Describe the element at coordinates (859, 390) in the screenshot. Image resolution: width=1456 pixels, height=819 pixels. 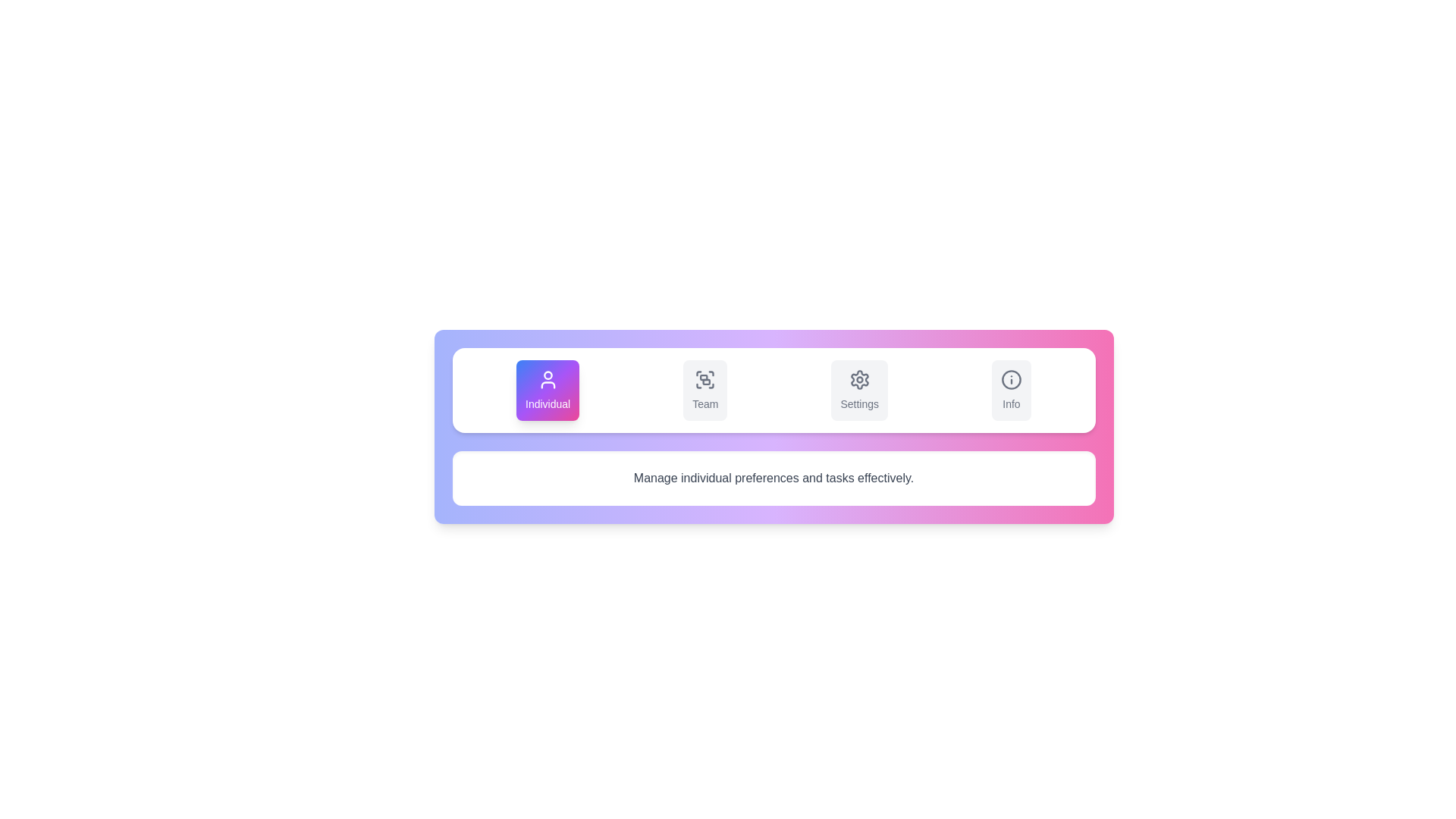
I see `the 'Settings' button, which is a rectangular button with a light gray background and a cog icon above the text` at that location.